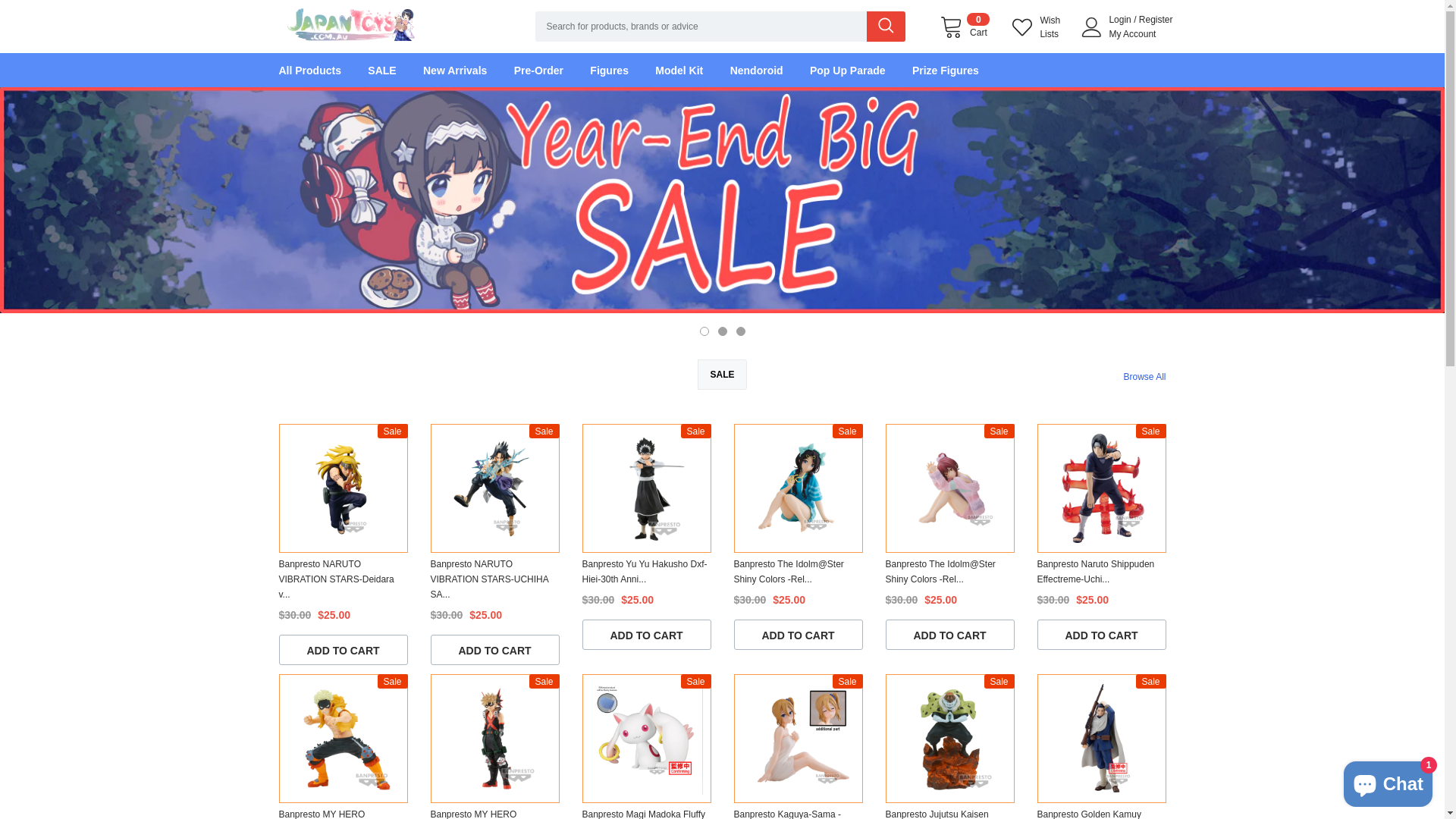  Describe the element at coordinates (1037, 571) in the screenshot. I see `'Banpresto Naruto Shippuden Effectreme-Uchi...'` at that location.